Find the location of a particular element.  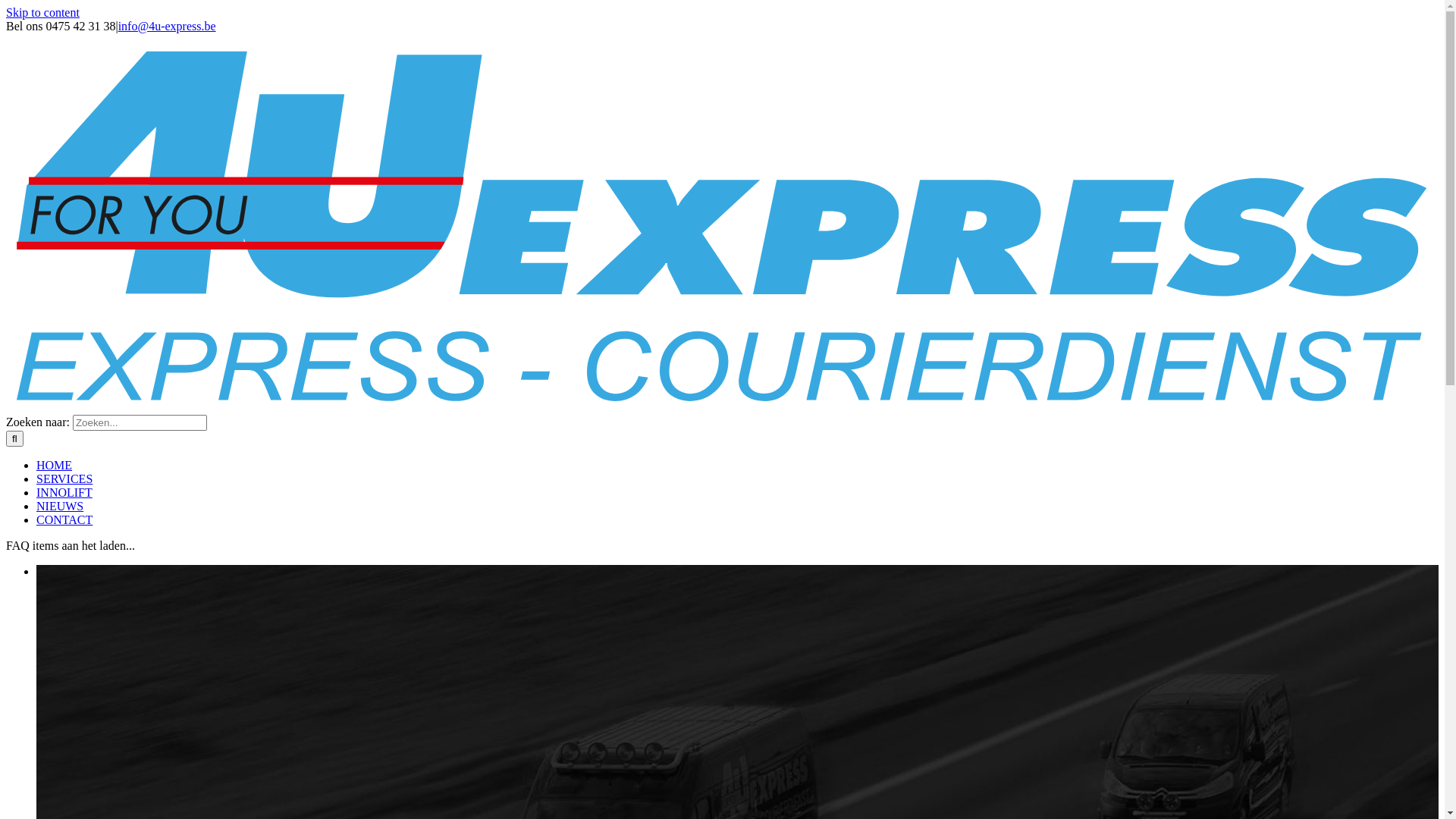

'NIEUWS' is located at coordinates (59, 506).